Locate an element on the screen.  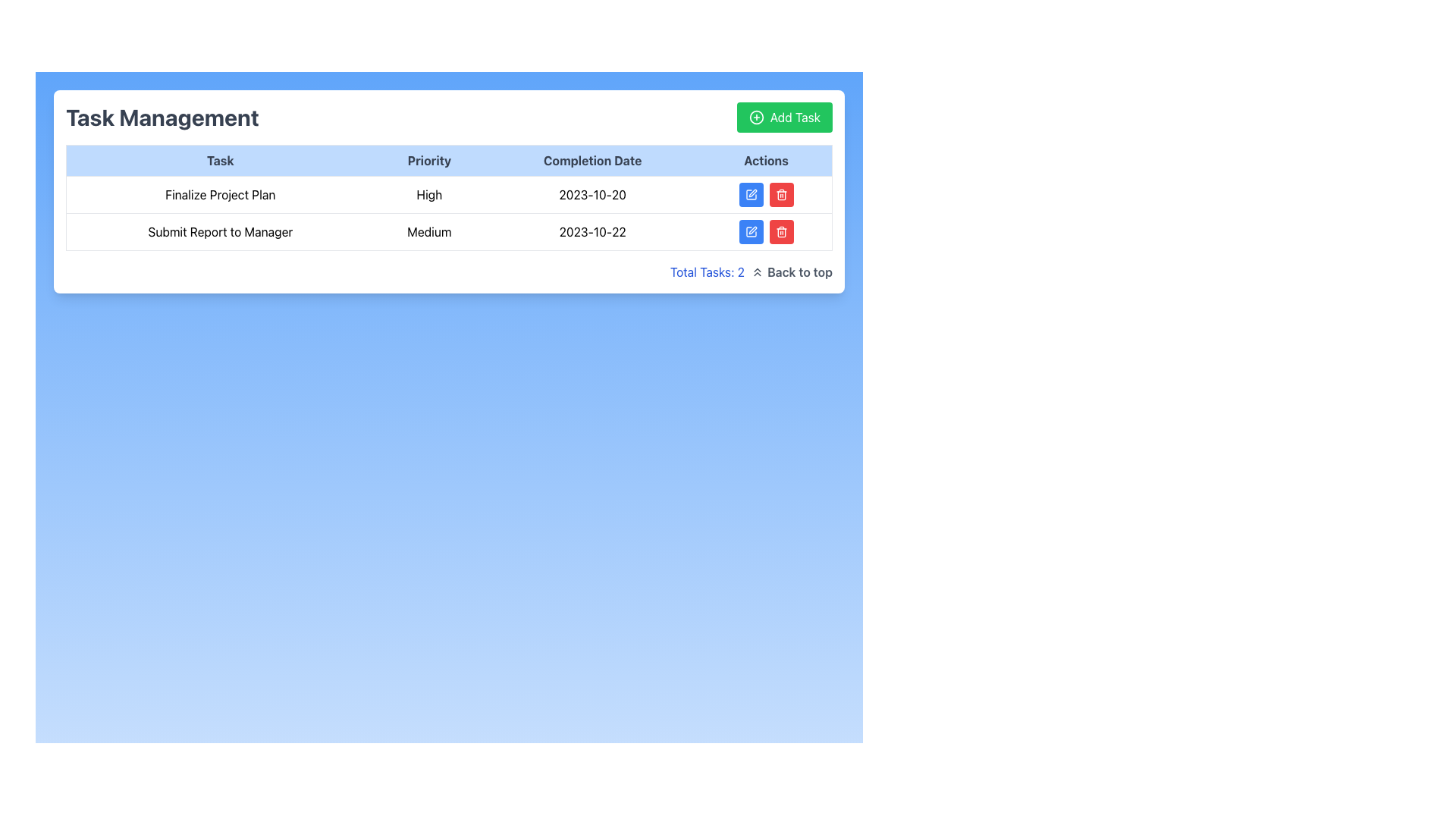
the blue circular button containing the pen icon is located at coordinates (751, 194).